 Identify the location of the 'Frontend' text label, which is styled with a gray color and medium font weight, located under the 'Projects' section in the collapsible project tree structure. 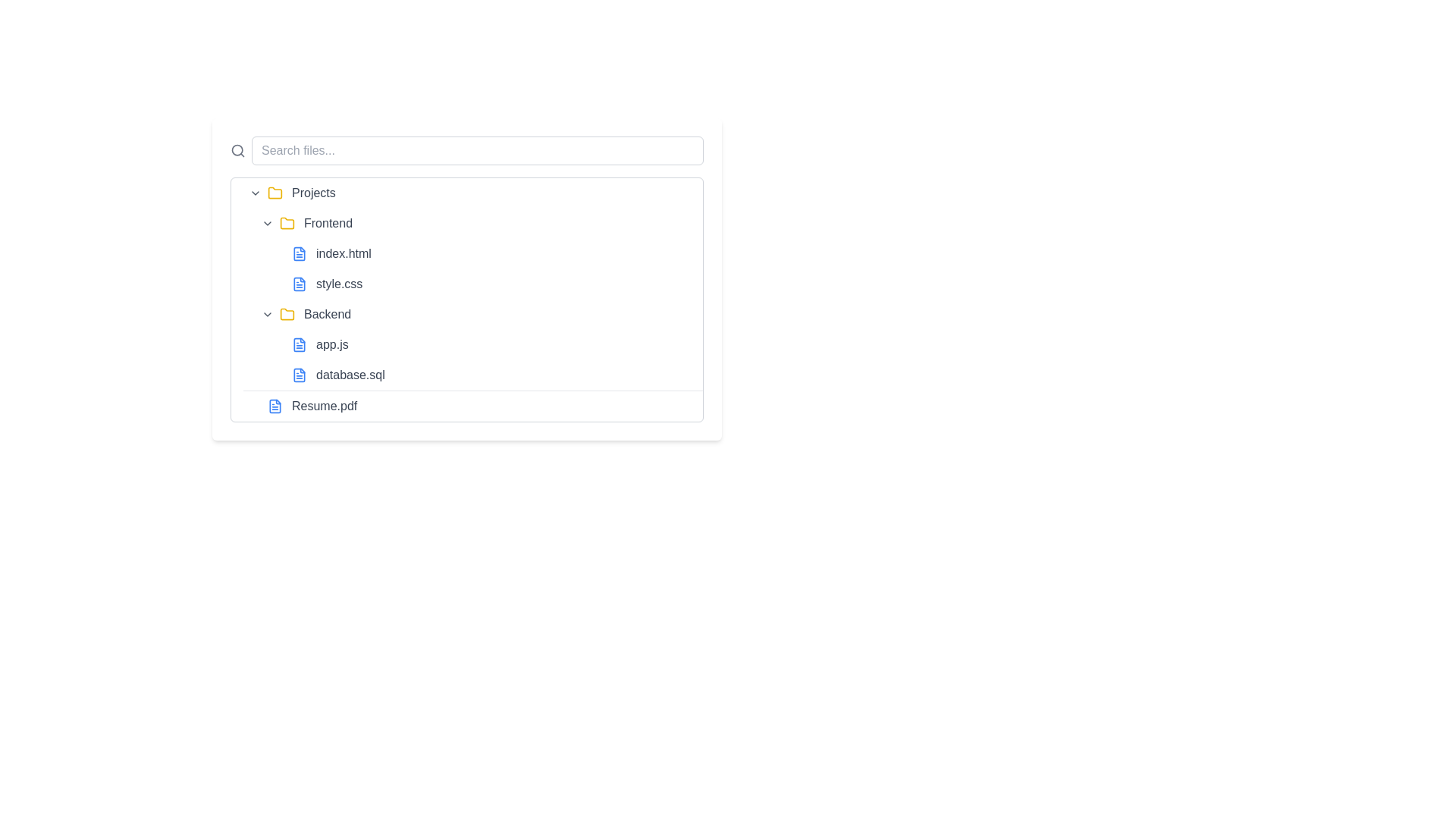
(327, 223).